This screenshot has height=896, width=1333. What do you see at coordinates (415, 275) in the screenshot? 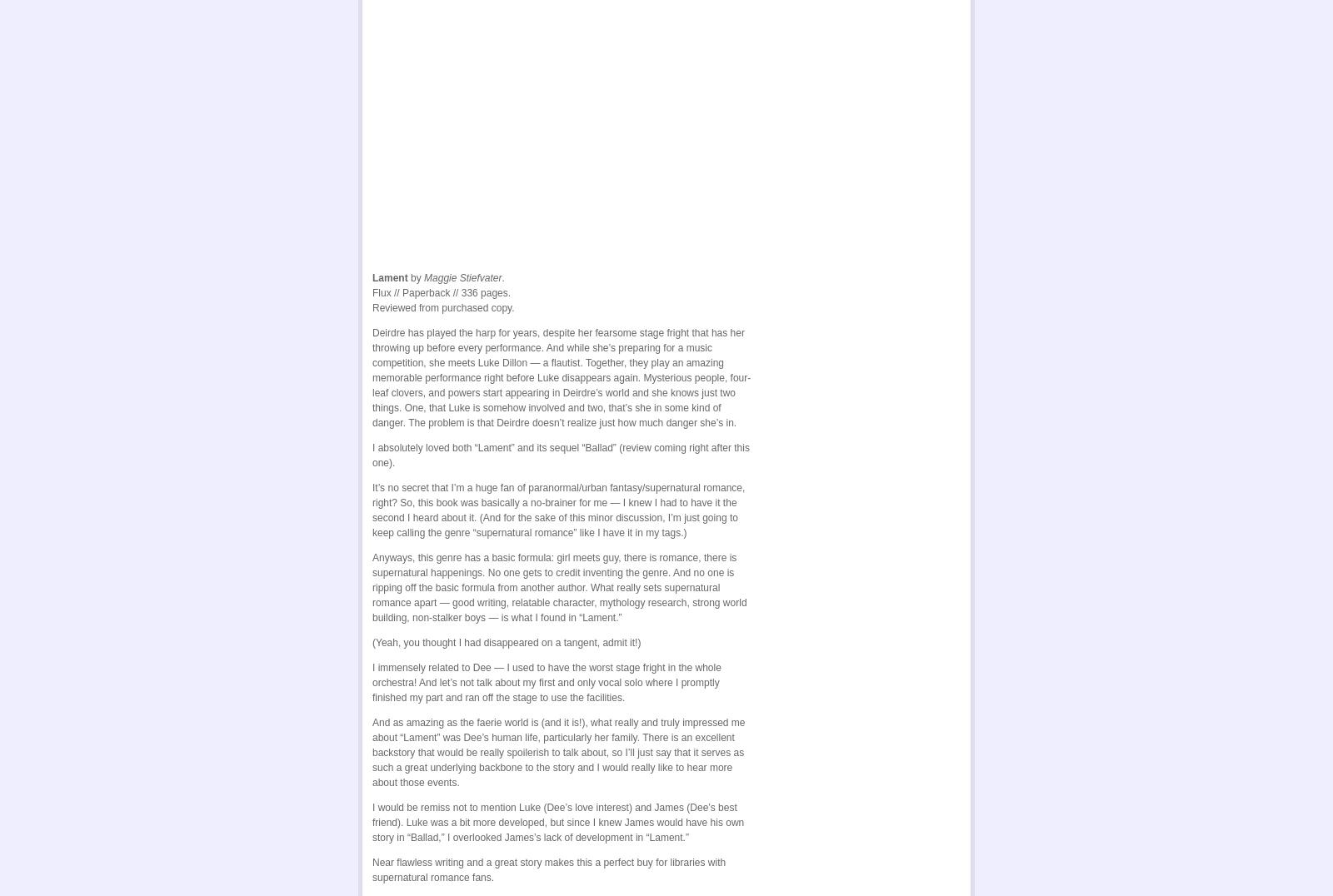
I see `'by'` at bounding box center [415, 275].